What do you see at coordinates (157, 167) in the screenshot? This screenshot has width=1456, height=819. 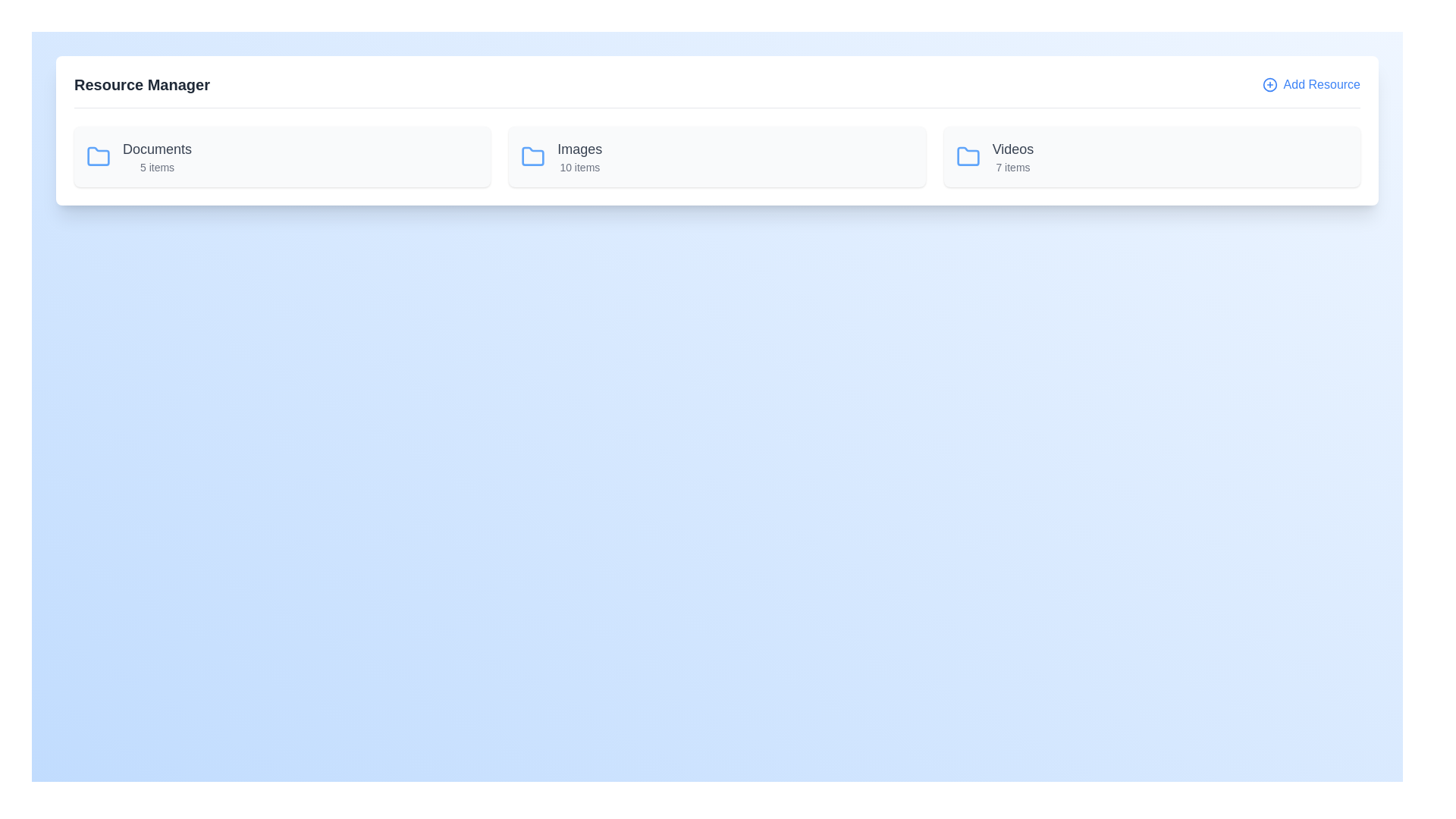 I see `the text label that reads '5 items', which is styled in gray and positioned under the 'Documents' header in the Resource Manager section` at bounding box center [157, 167].